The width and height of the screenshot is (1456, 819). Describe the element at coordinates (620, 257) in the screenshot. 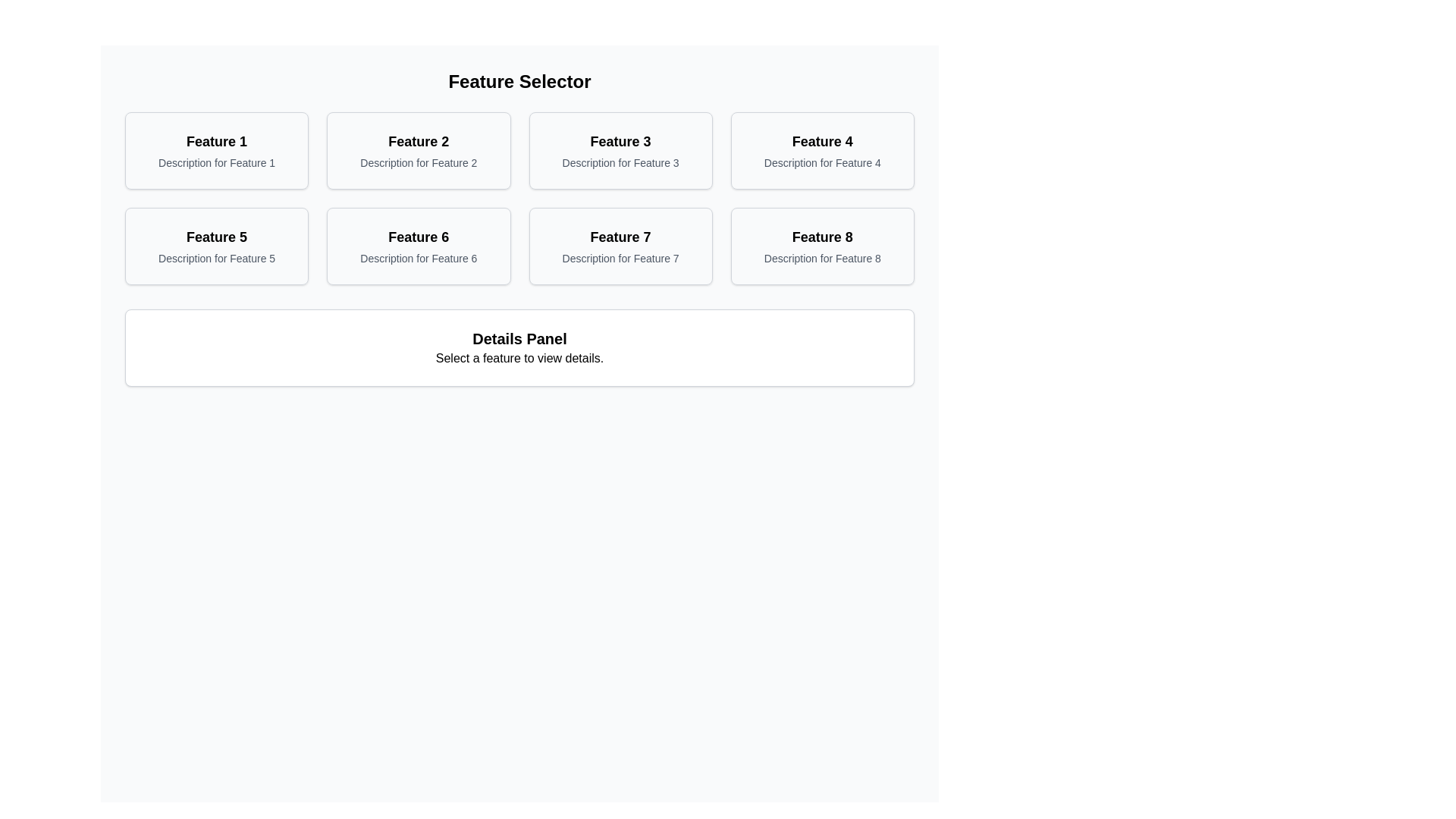

I see `the static text that provides a description for the 'Feature 7' card, located in the lower portion of the card in the second row and third column of the grid layout` at that location.